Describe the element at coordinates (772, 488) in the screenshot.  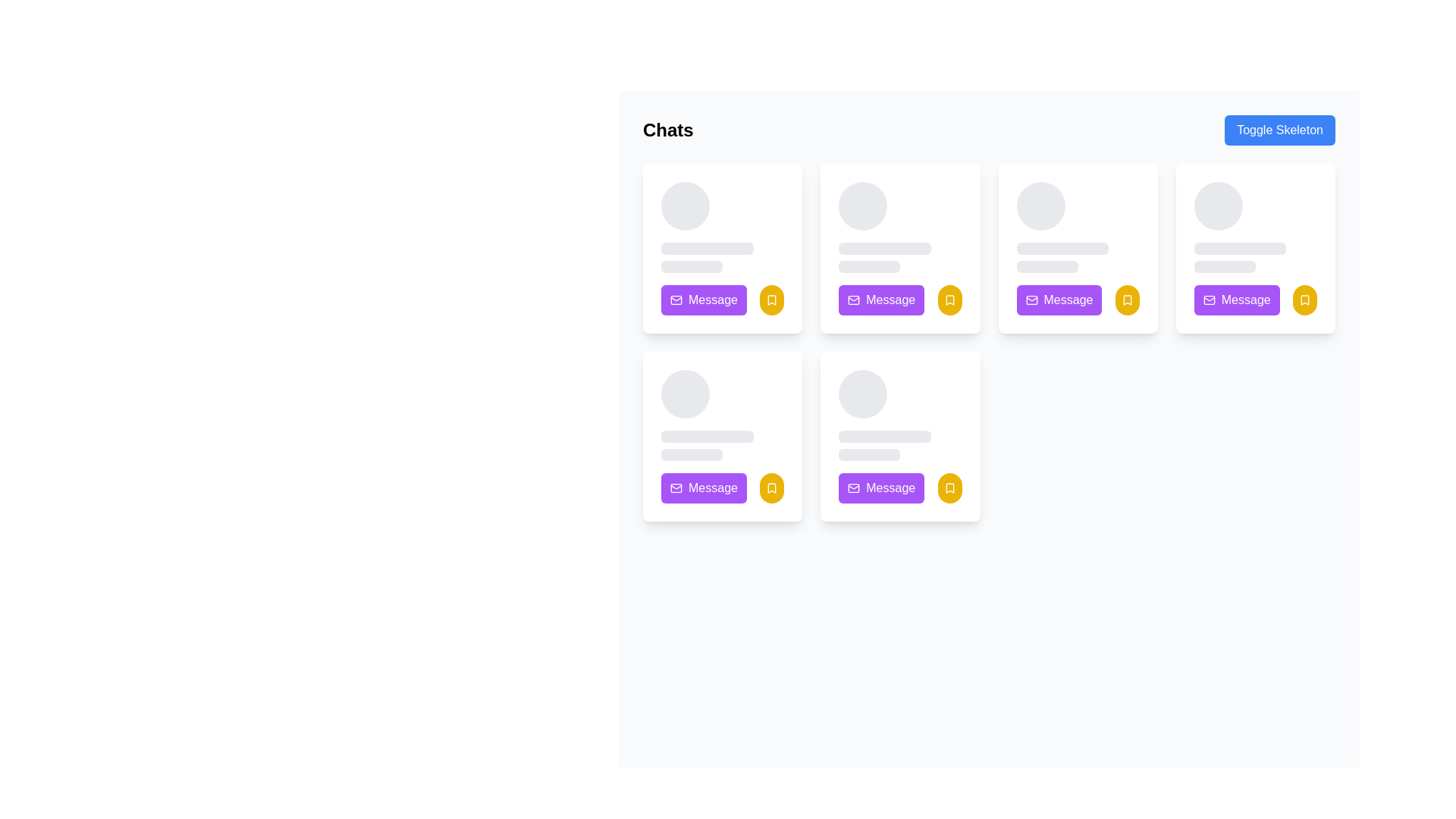
I see `the bookmarking button located at the bottom-right corner of the user card layout to visualize the hover effect` at that location.